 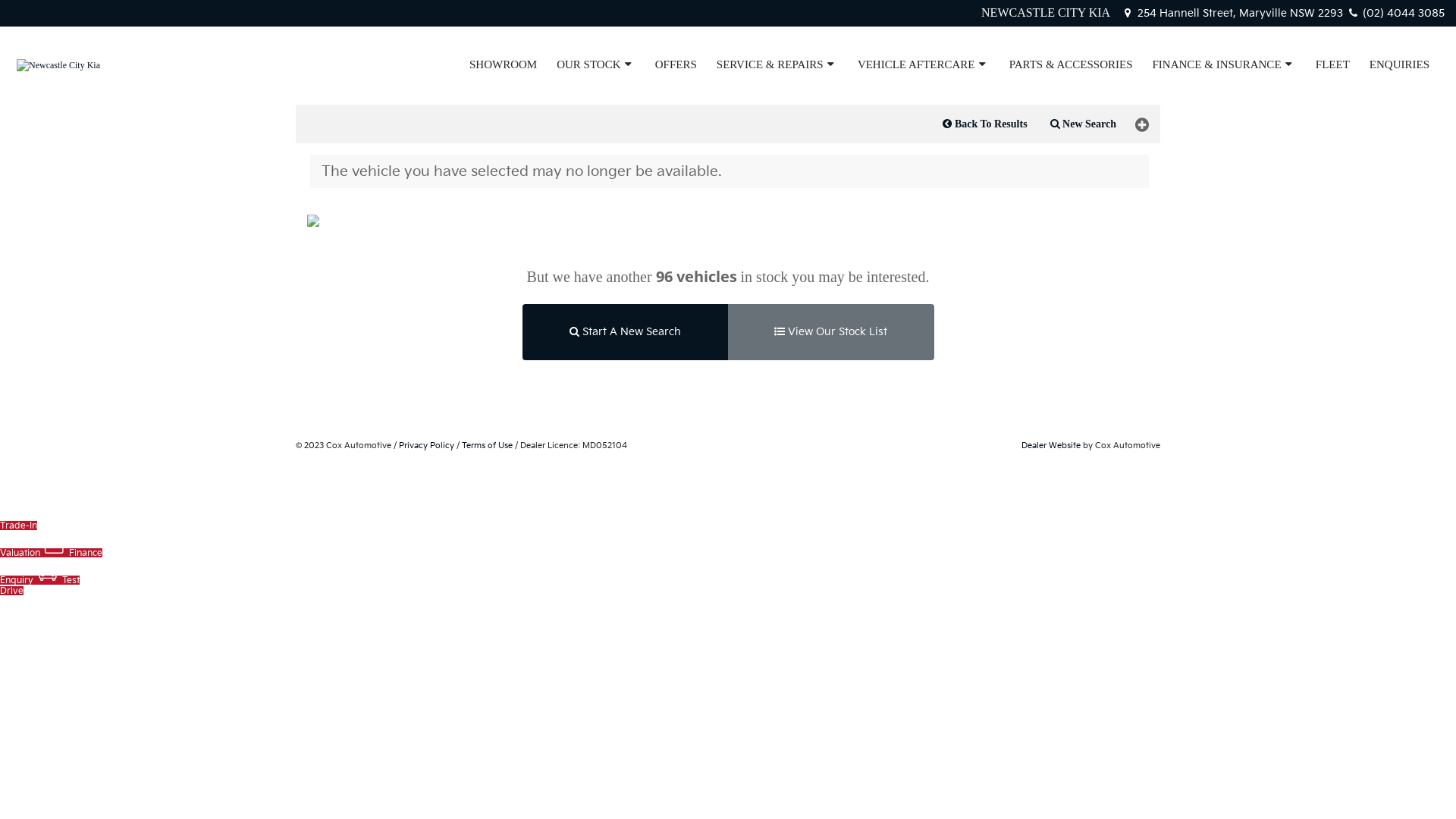 I want to click on 'Back To Results', so click(x=984, y=124).